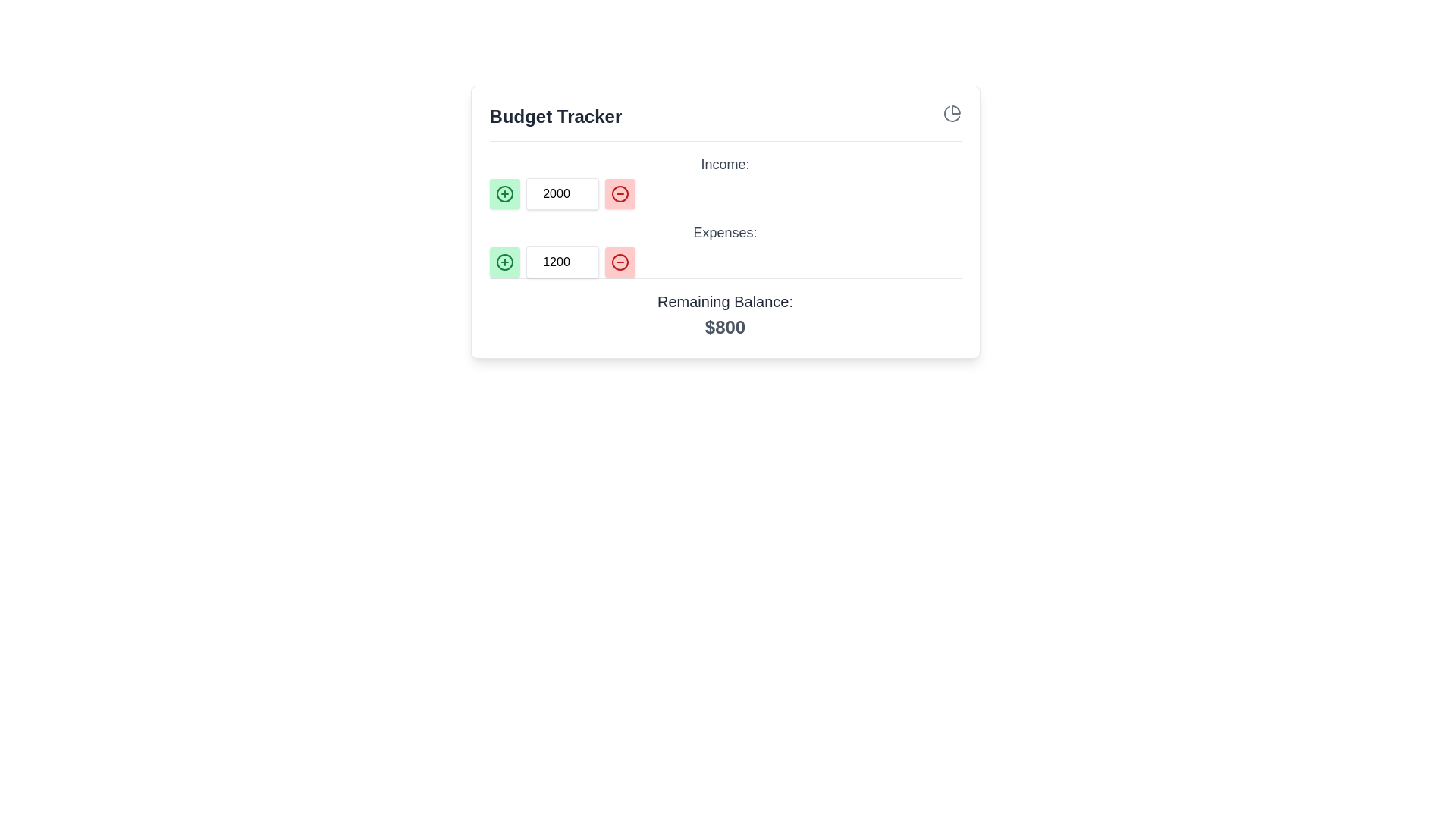 The image size is (1456, 819). What do you see at coordinates (955, 109) in the screenshot?
I see `the right arc segment of the SVG pie chart located in the top-right corner of the 'Budget Tracker' card` at bounding box center [955, 109].